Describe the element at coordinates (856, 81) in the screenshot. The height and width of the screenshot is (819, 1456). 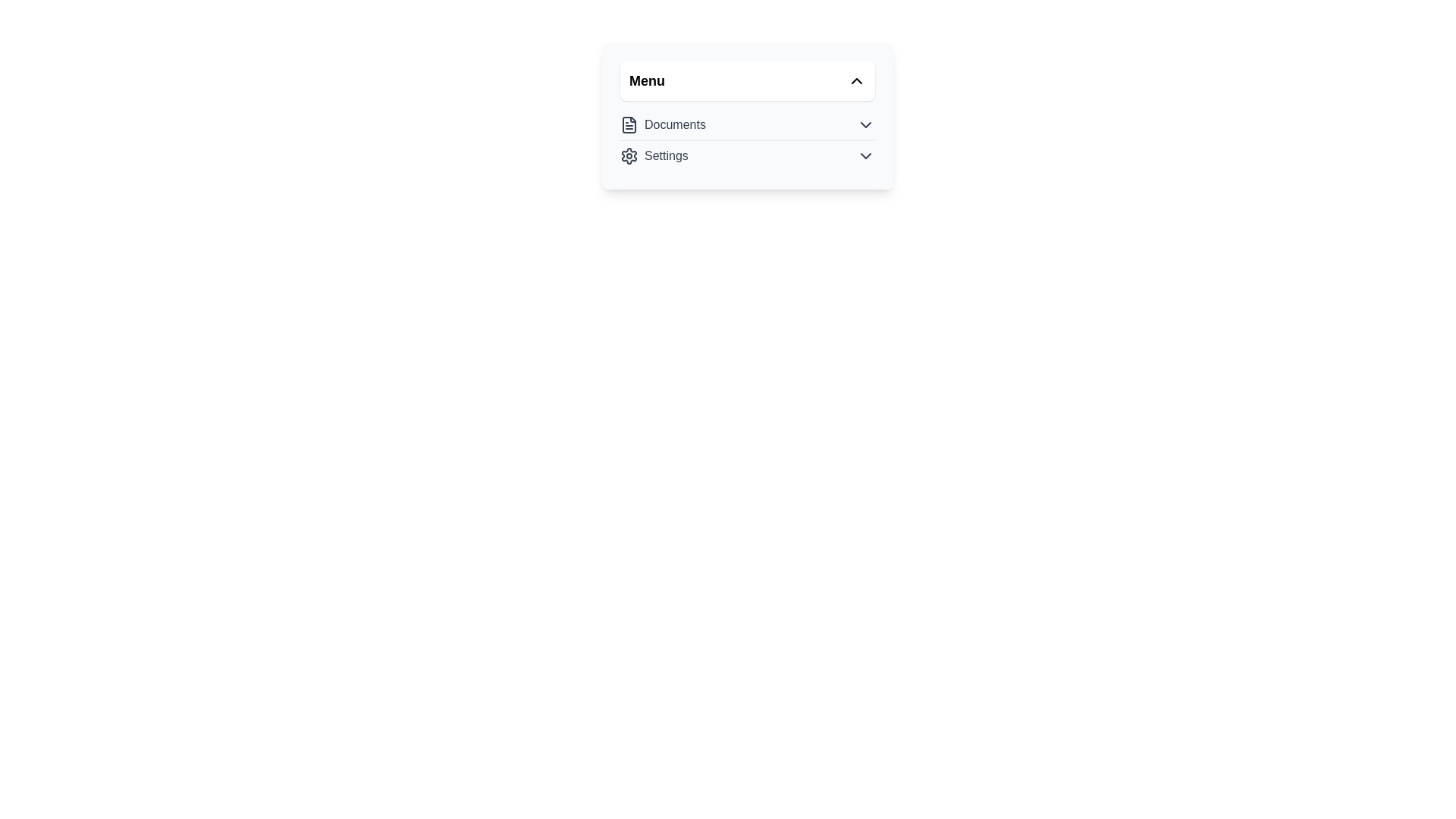
I see `the chevron icon next to the 'Menu' label` at that location.